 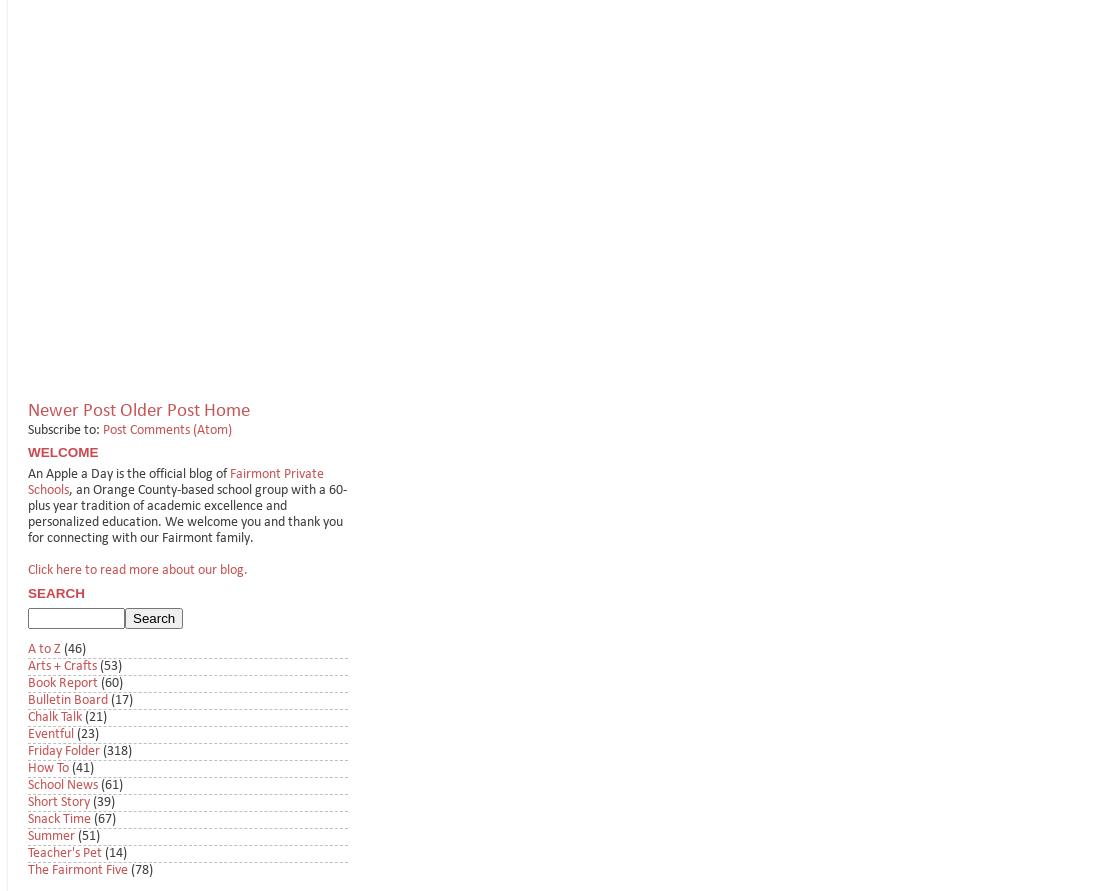 I want to click on '(61)', so click(x=111, y=785).